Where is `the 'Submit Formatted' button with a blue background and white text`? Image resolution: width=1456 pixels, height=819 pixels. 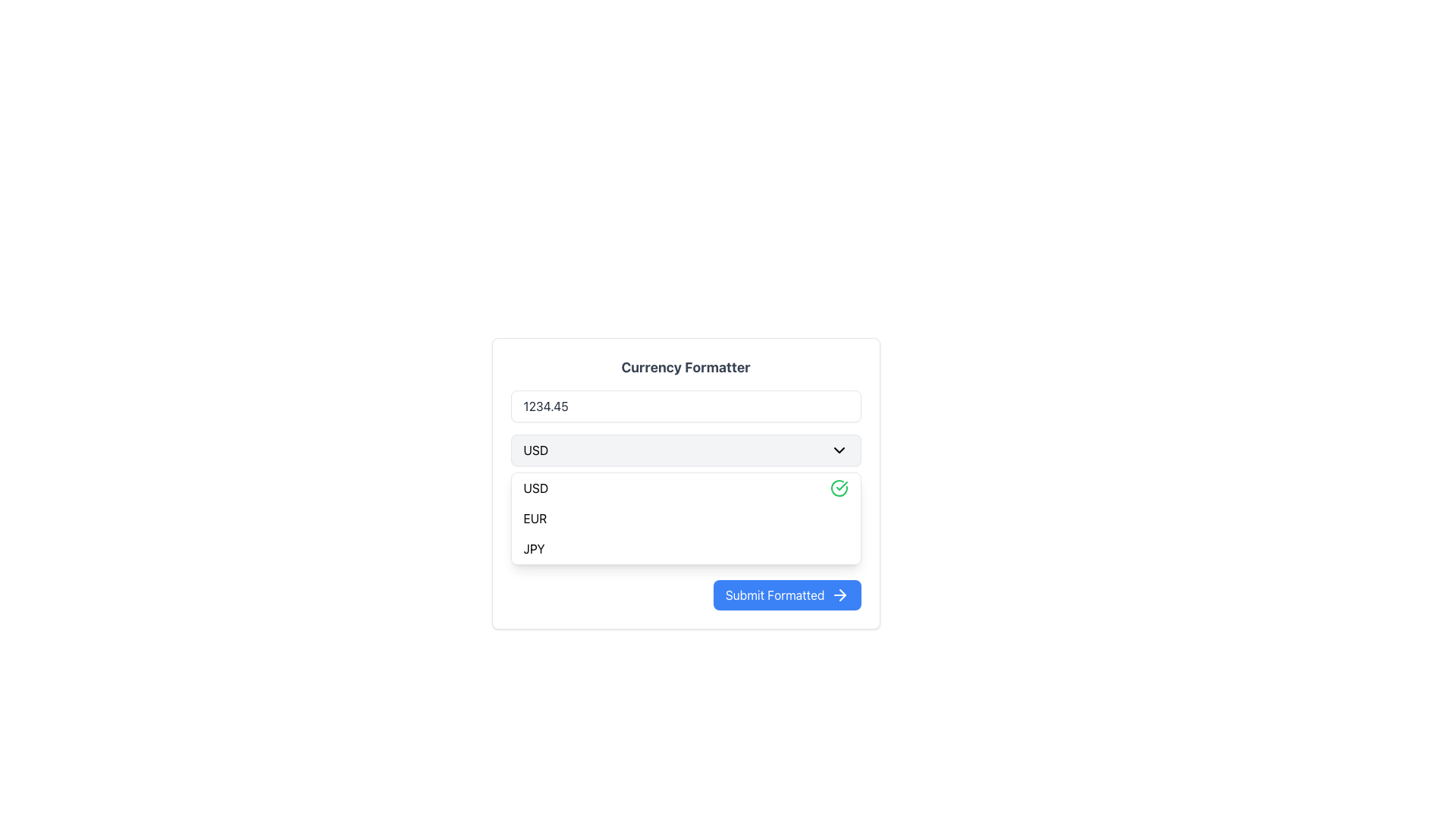
the 'Submit Formatted' button with a blue background and white text is located at coordinates (787, 595).